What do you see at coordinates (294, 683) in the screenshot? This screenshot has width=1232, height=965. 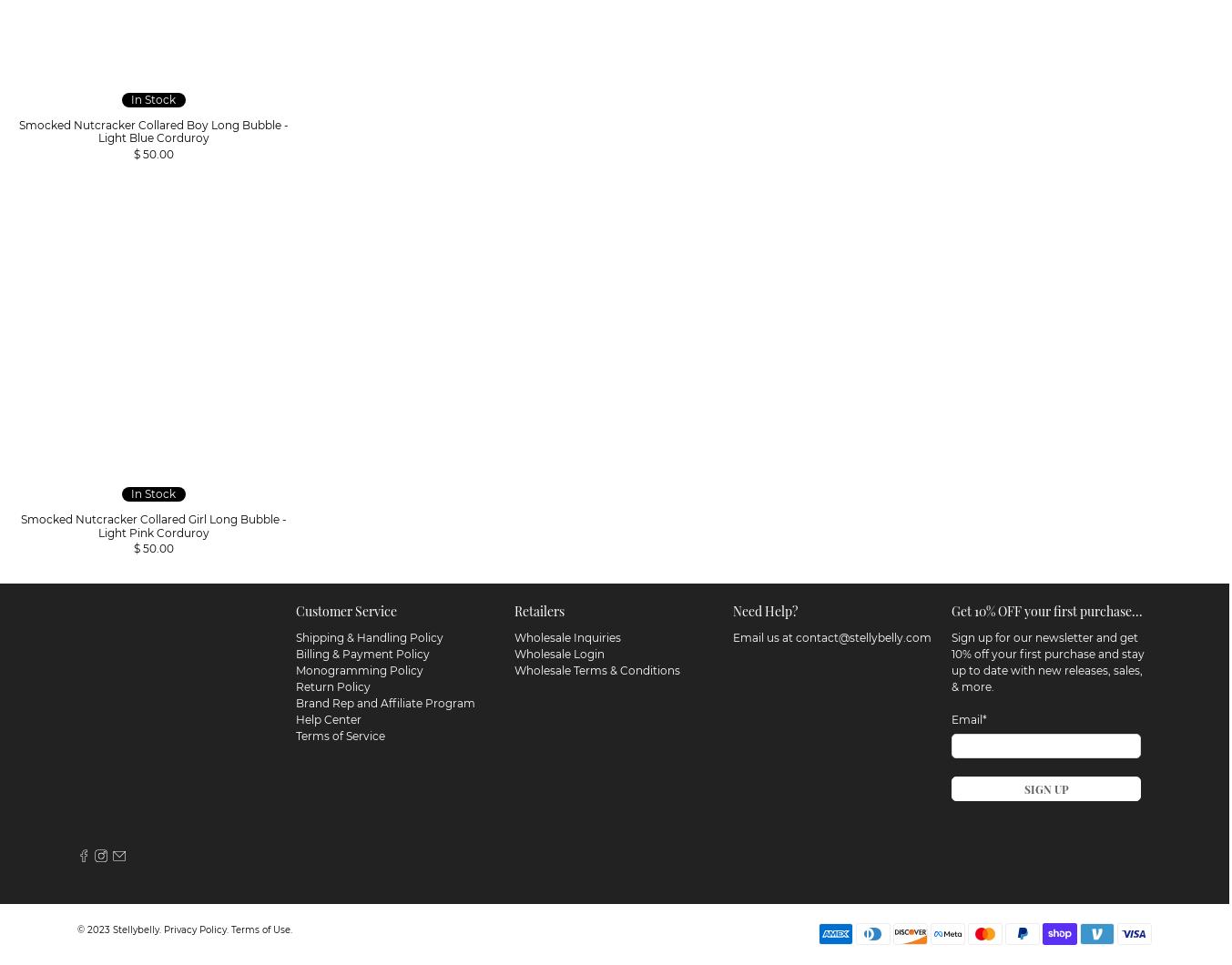 I see `'Return Policy'` at bounding box center [294, 683].